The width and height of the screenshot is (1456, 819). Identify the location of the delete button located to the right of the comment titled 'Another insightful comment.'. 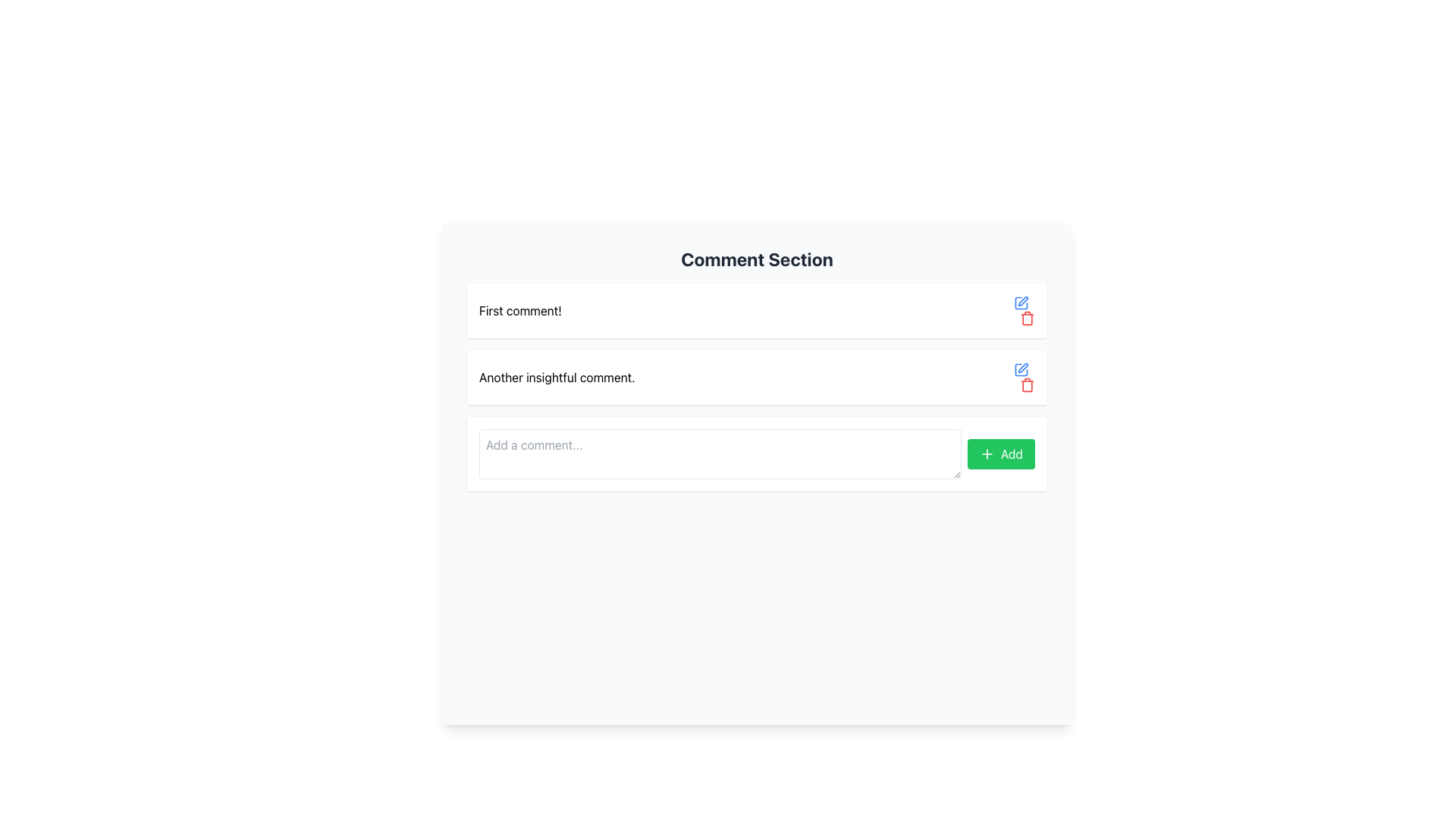
(1024, 376).